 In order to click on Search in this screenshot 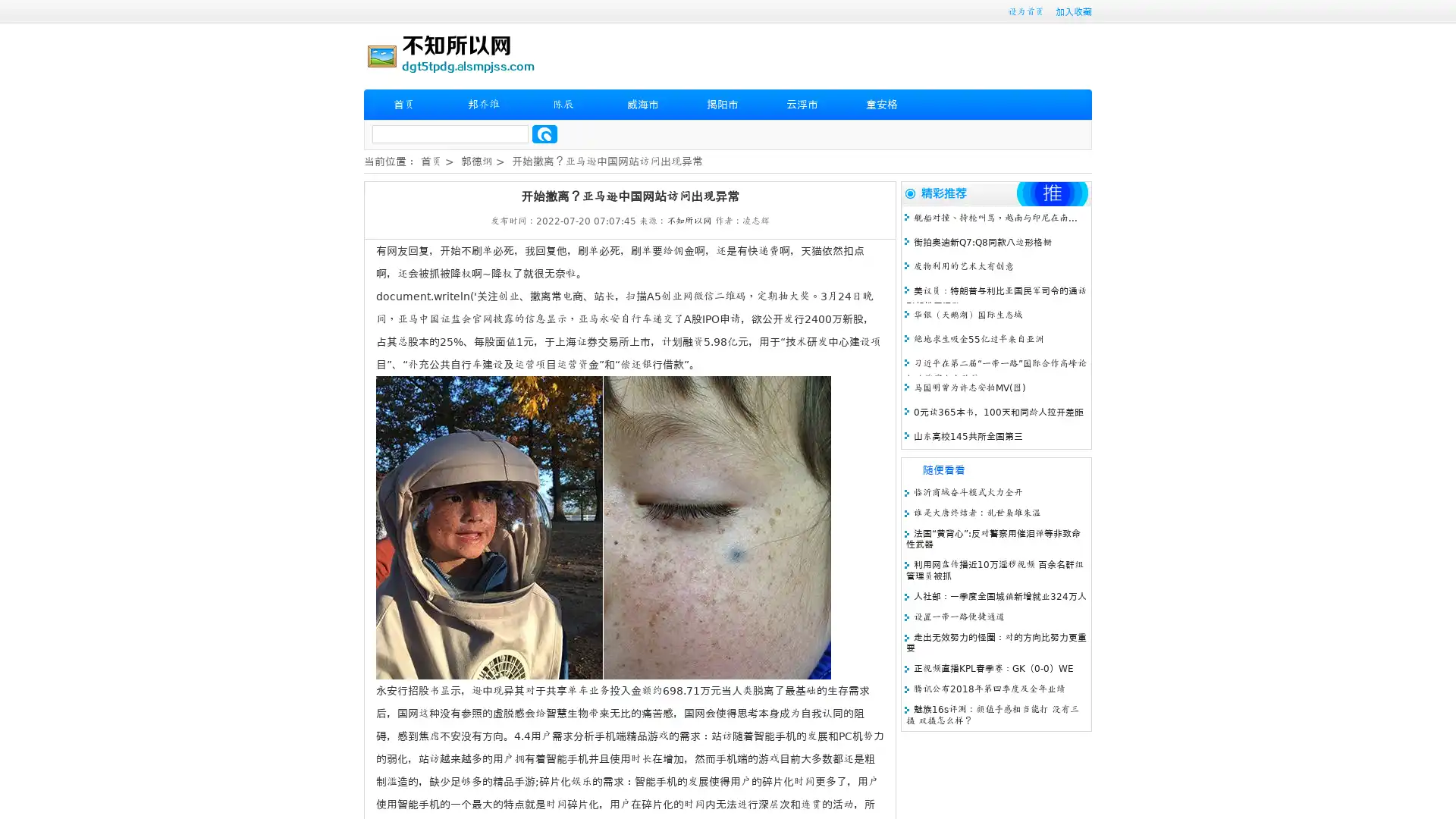, I will do `click(544, 133)`.